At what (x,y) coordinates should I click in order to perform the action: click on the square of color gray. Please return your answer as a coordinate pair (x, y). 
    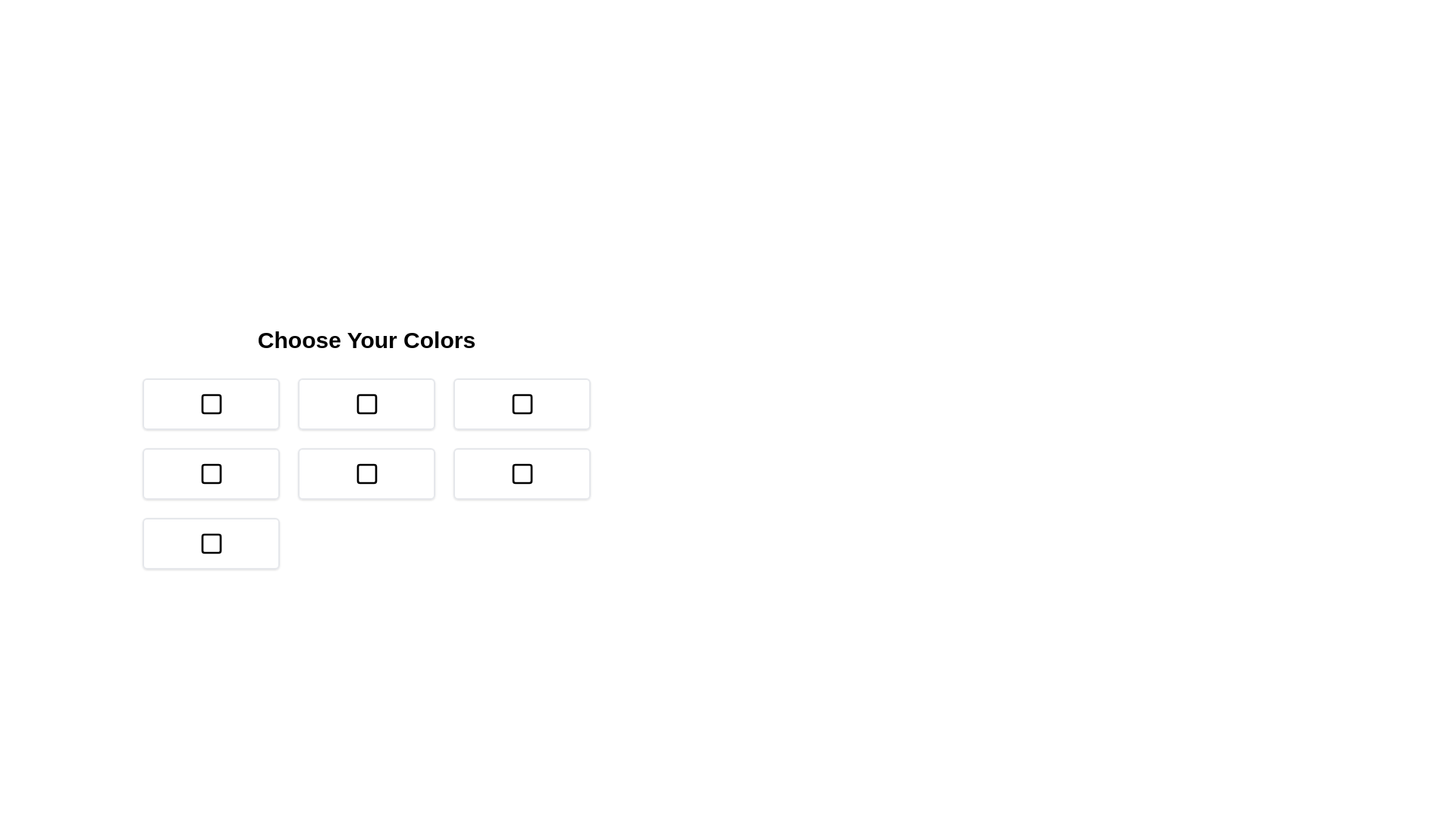
    Looking at the image, I should click on (210, 543).